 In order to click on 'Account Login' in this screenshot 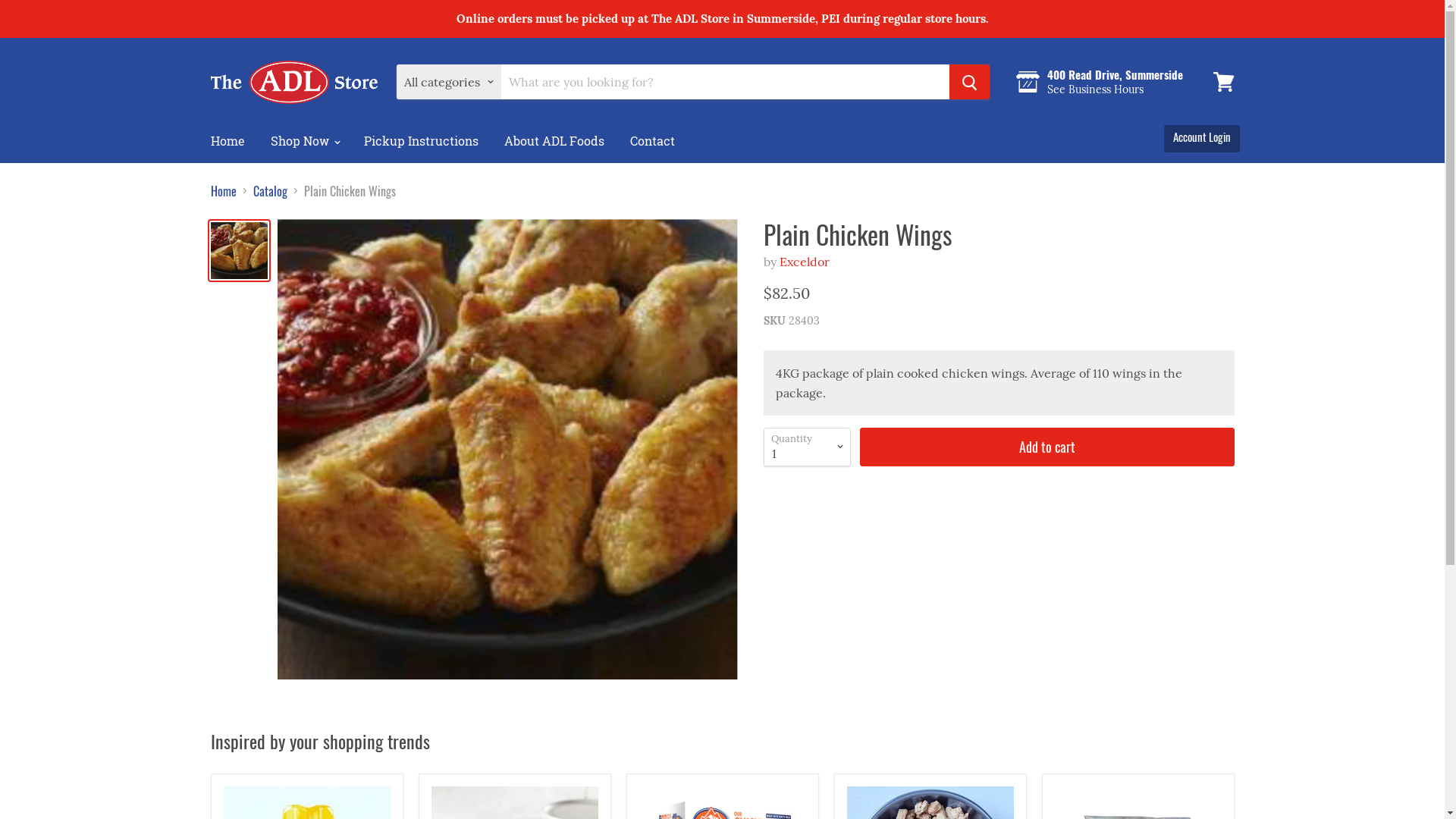, I will do `click(1200, 136)`.